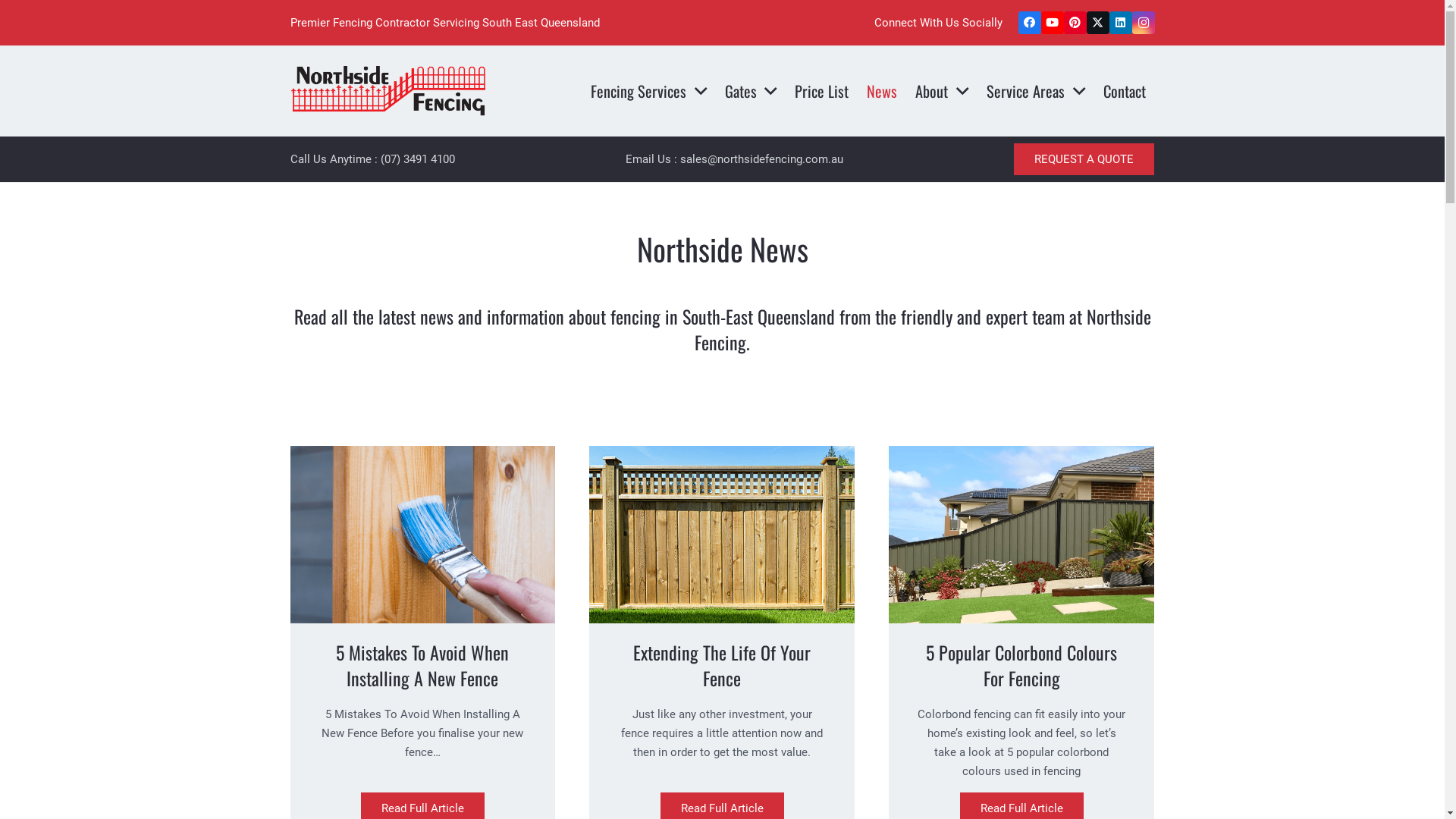 The height and width of the screenshot is (819, 1456). Describe the element at coordinates (786, 90) in the screenshot. I see `'Price List'` at that location.